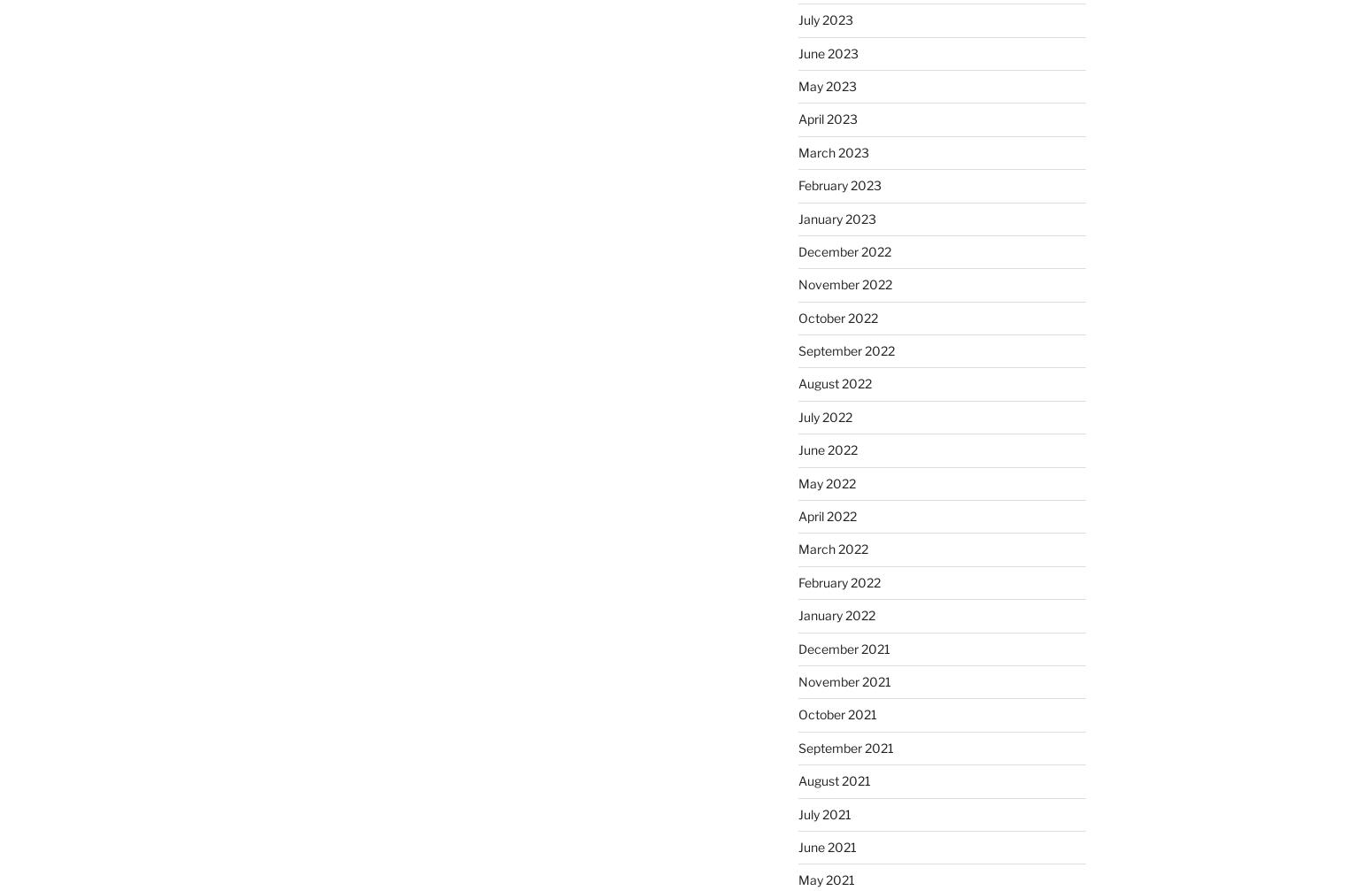 Image resolution: width=1372 pixels, height=891 pixels. I want to click on 'October 2021', so click(836, 713).